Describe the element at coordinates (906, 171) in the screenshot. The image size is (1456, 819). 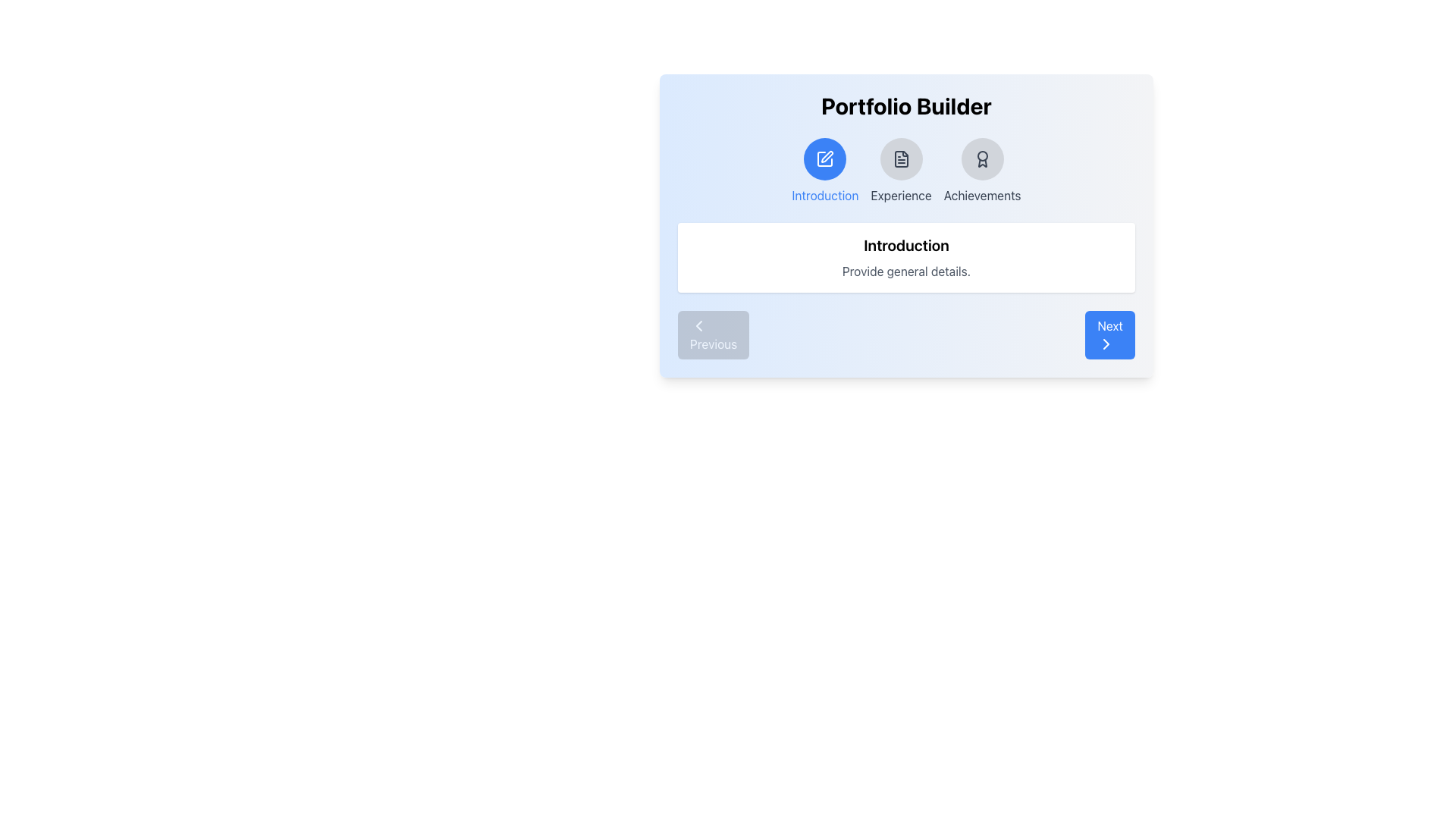
I see `the highlighted 'Experience' icon or label in the Navigation bar` at that location.